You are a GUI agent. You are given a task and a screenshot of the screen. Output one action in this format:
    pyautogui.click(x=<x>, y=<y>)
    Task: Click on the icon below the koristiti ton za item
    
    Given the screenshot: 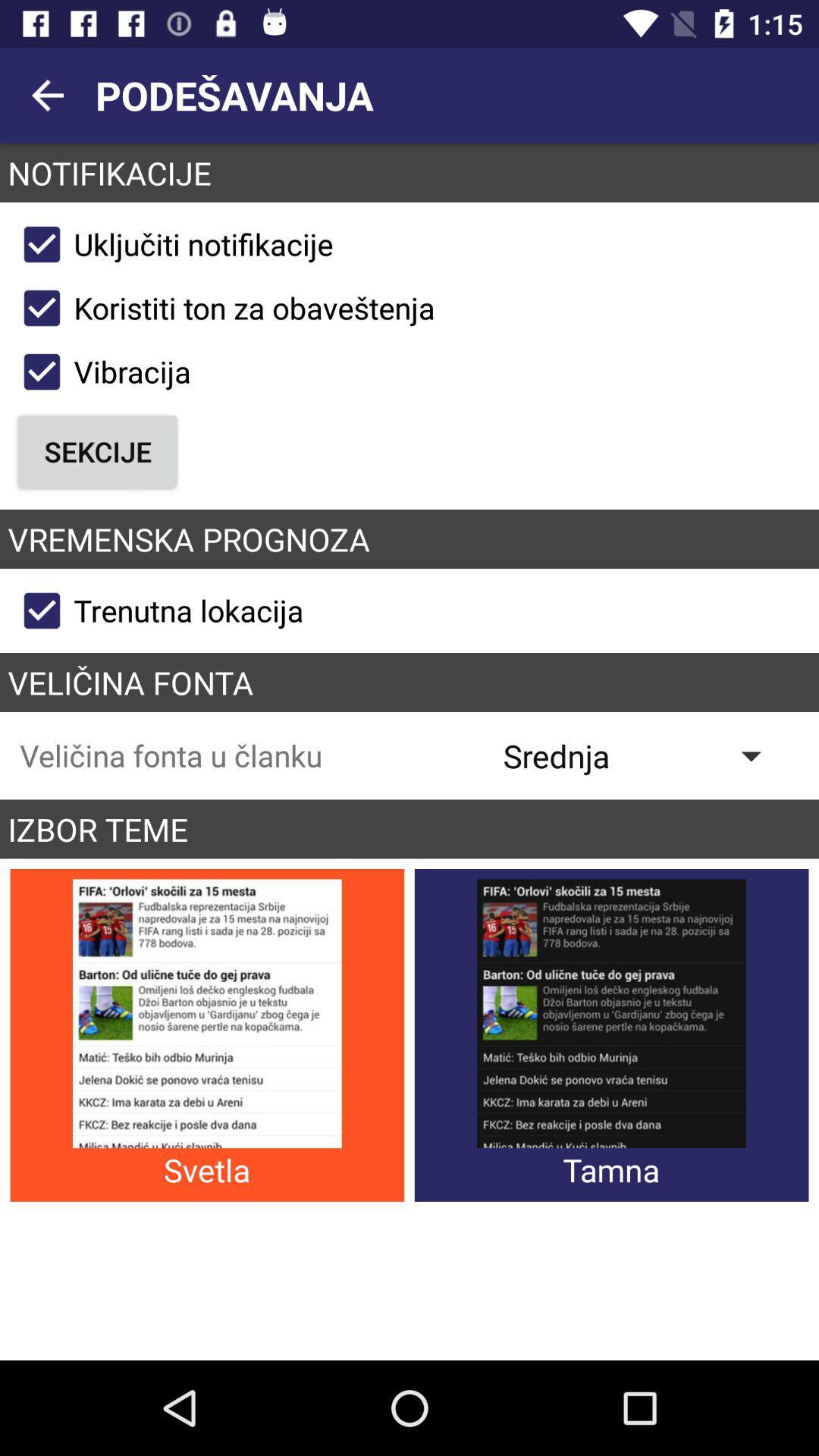 What is the action you would take?
    pyautogui.click(x=100, y=372)
    